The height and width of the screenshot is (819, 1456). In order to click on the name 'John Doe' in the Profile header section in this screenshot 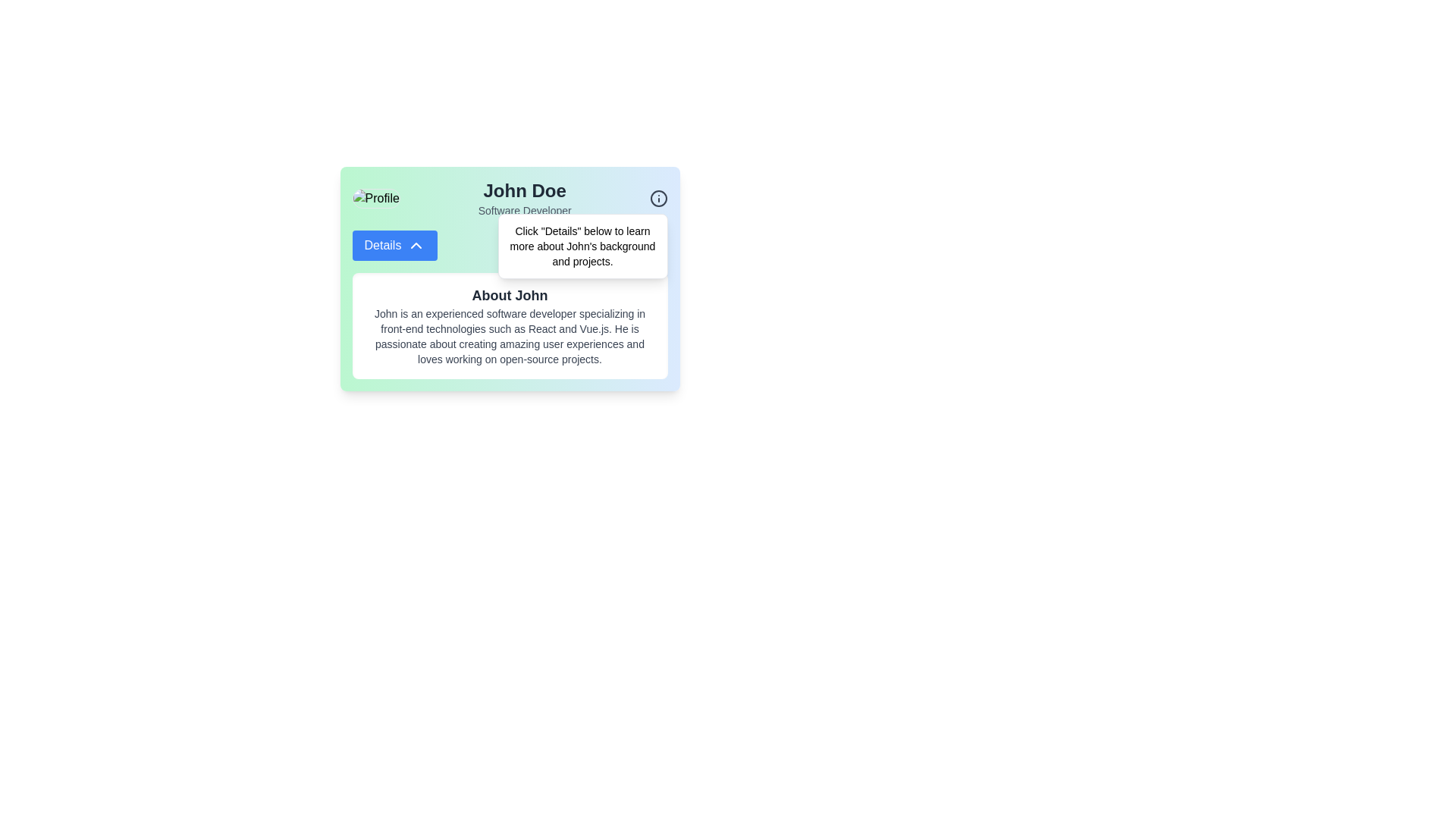, I will do `click(510, 198)`.